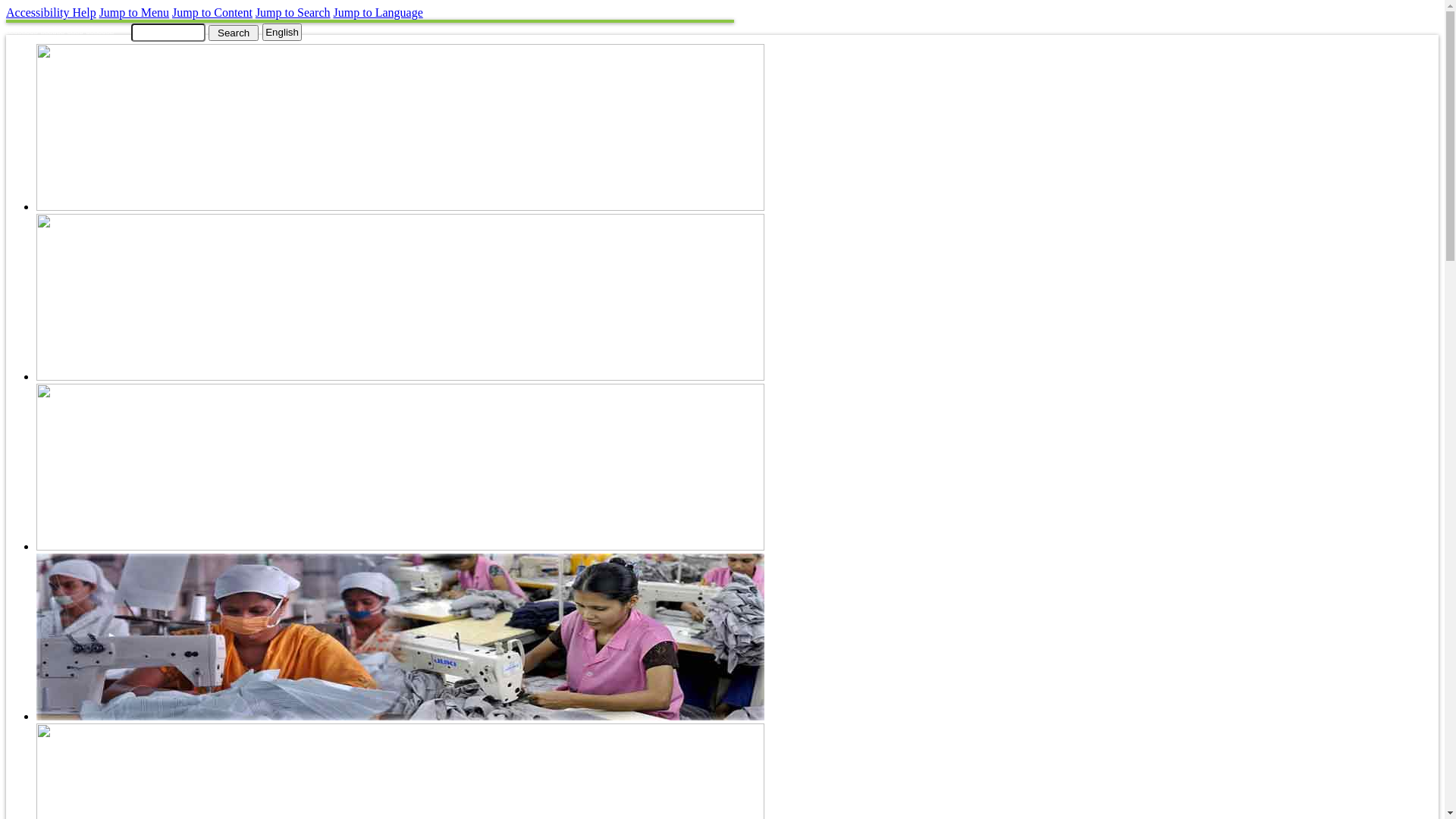 This screenshot has height=819, width=1456. Describe the element at coordinates (378, 12) in the screenshot. I see `'Jump to Language'` at that location.